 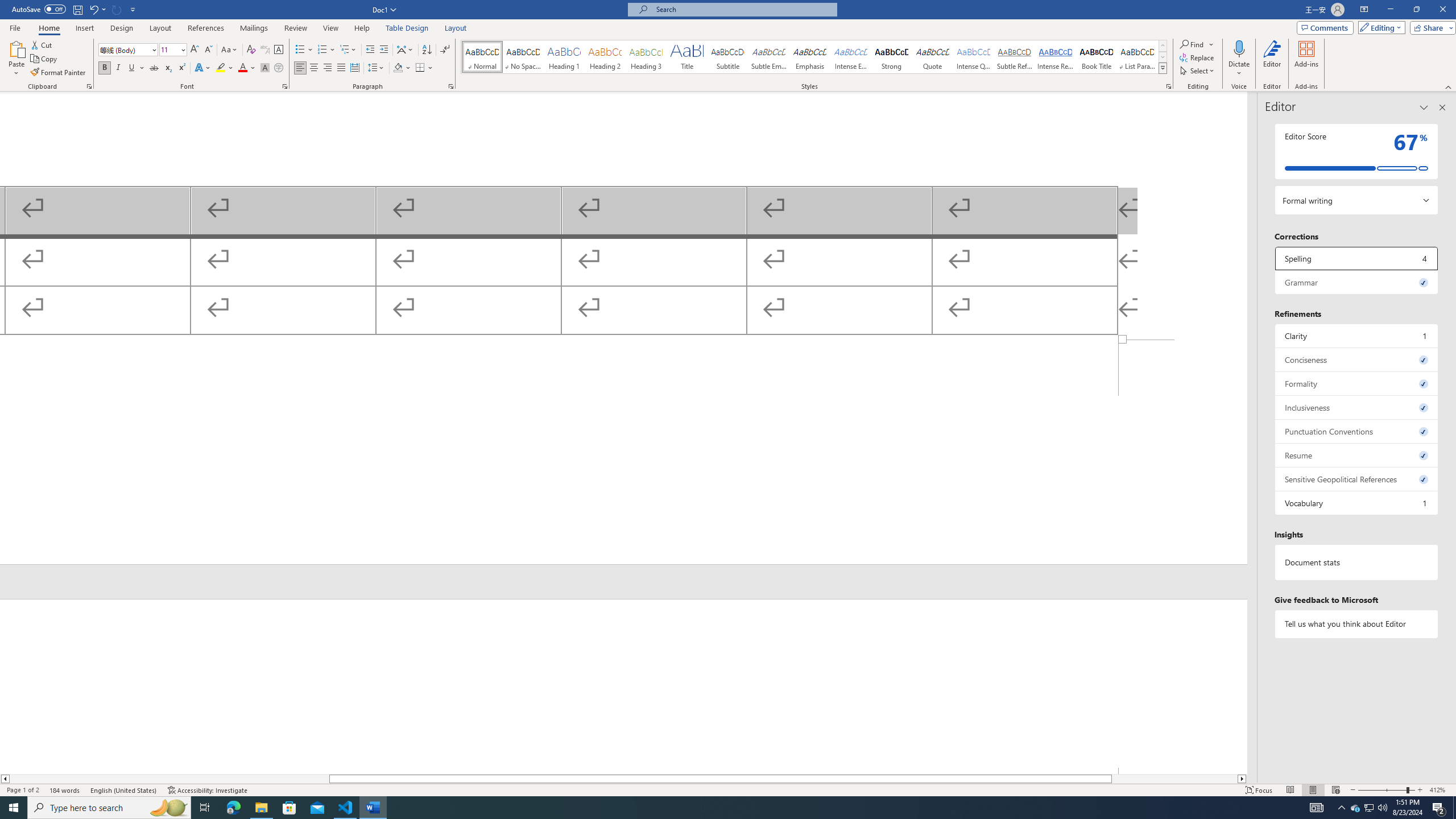 I want to click on 'Subtitle', so click(x=728, y=56).